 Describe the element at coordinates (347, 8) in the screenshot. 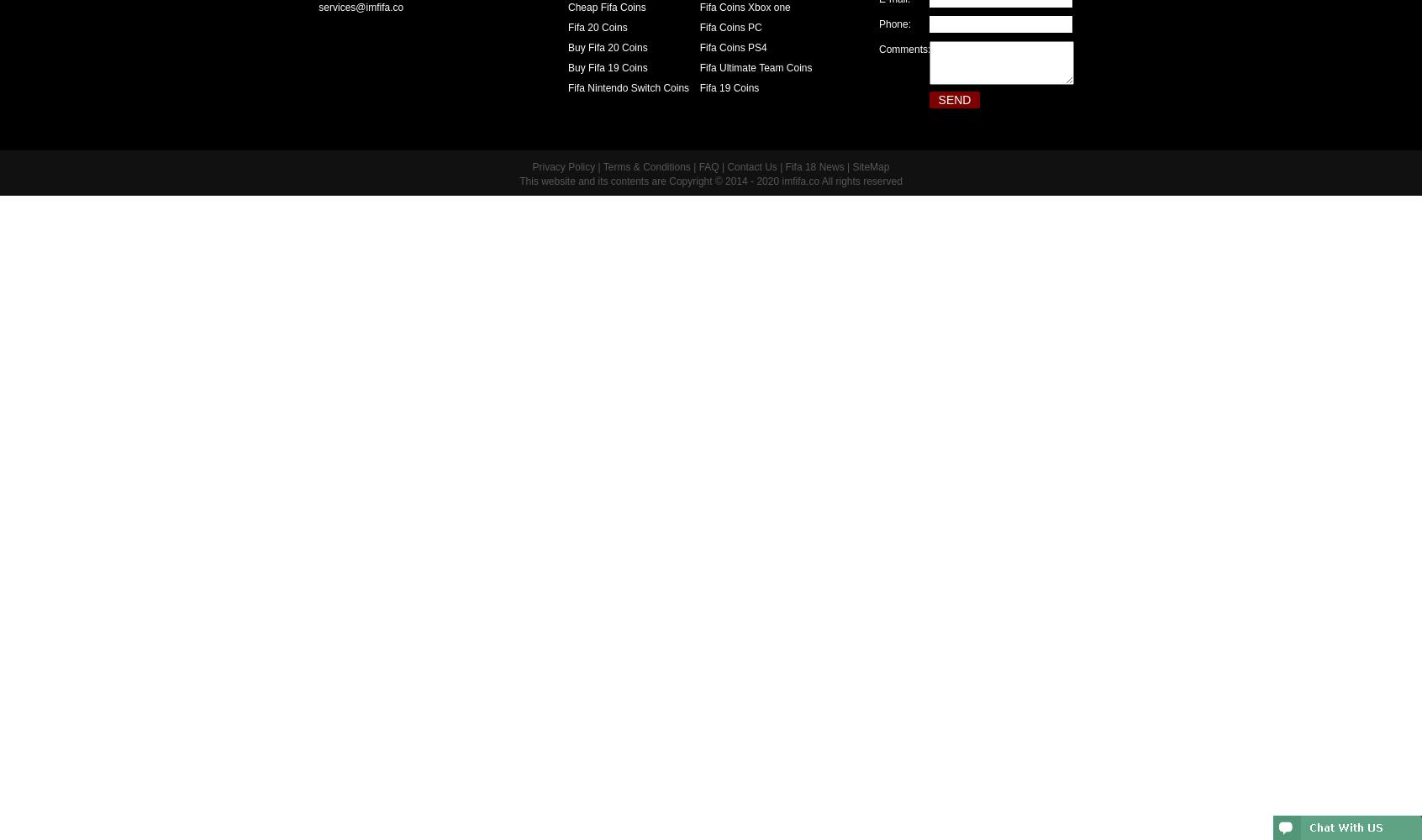

I see `'services@imfifa.co'` at that location.